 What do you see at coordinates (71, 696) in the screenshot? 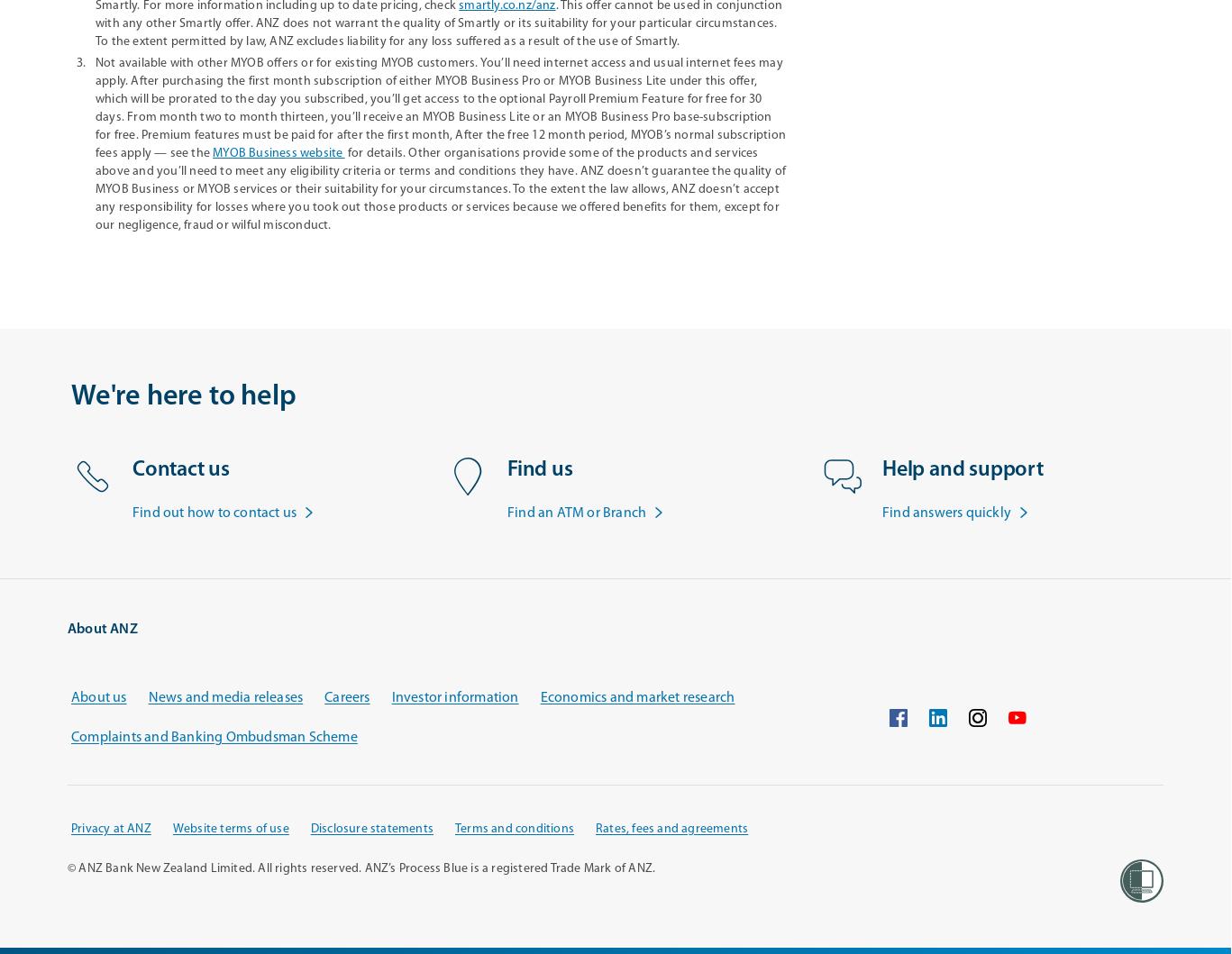
I see `'About us'` at bounding box center [71, 696].